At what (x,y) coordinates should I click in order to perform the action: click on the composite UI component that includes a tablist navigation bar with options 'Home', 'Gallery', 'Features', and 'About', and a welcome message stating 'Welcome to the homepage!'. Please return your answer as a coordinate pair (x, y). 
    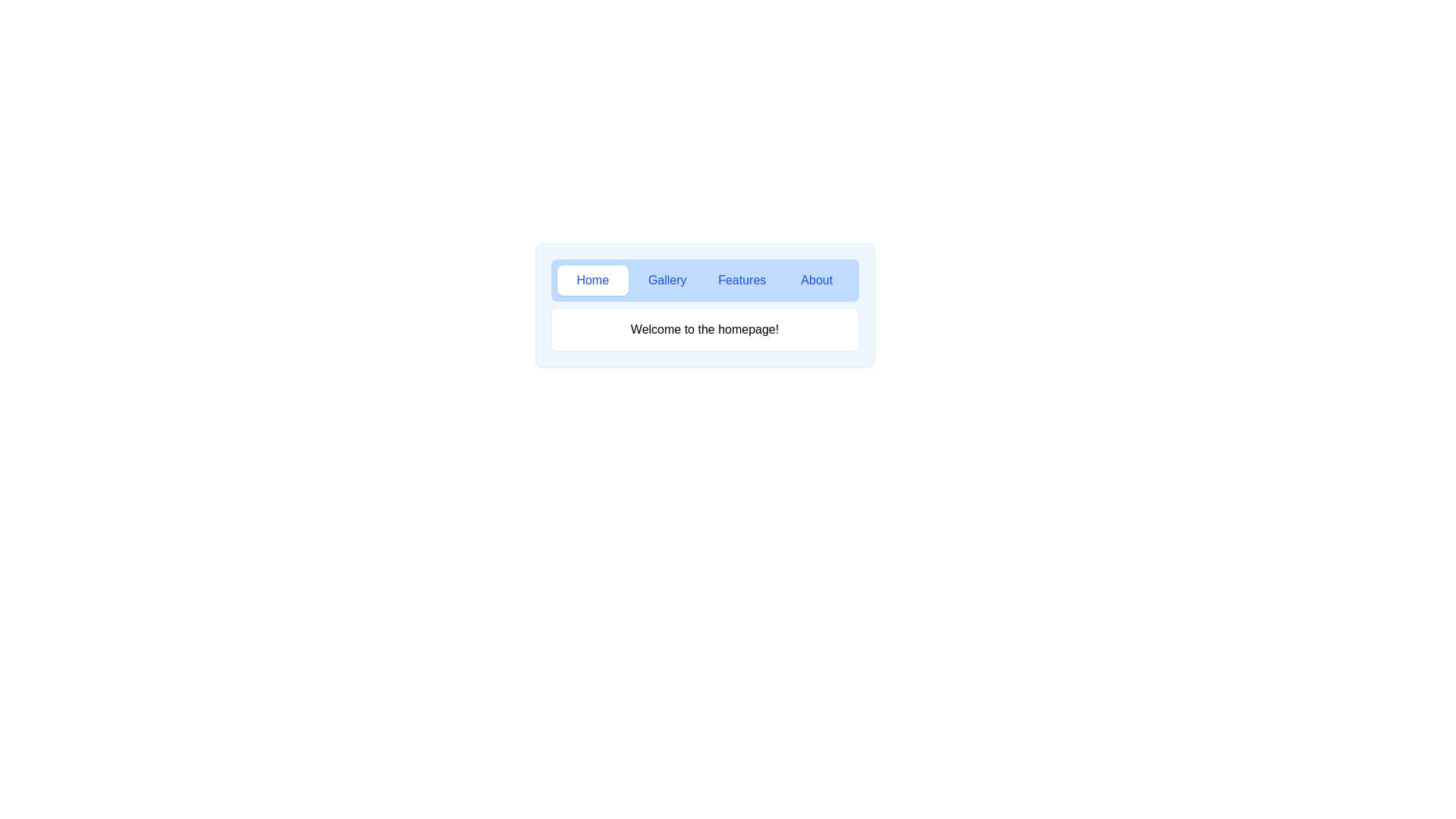
    Looking at the image, I should click on (704, 305).